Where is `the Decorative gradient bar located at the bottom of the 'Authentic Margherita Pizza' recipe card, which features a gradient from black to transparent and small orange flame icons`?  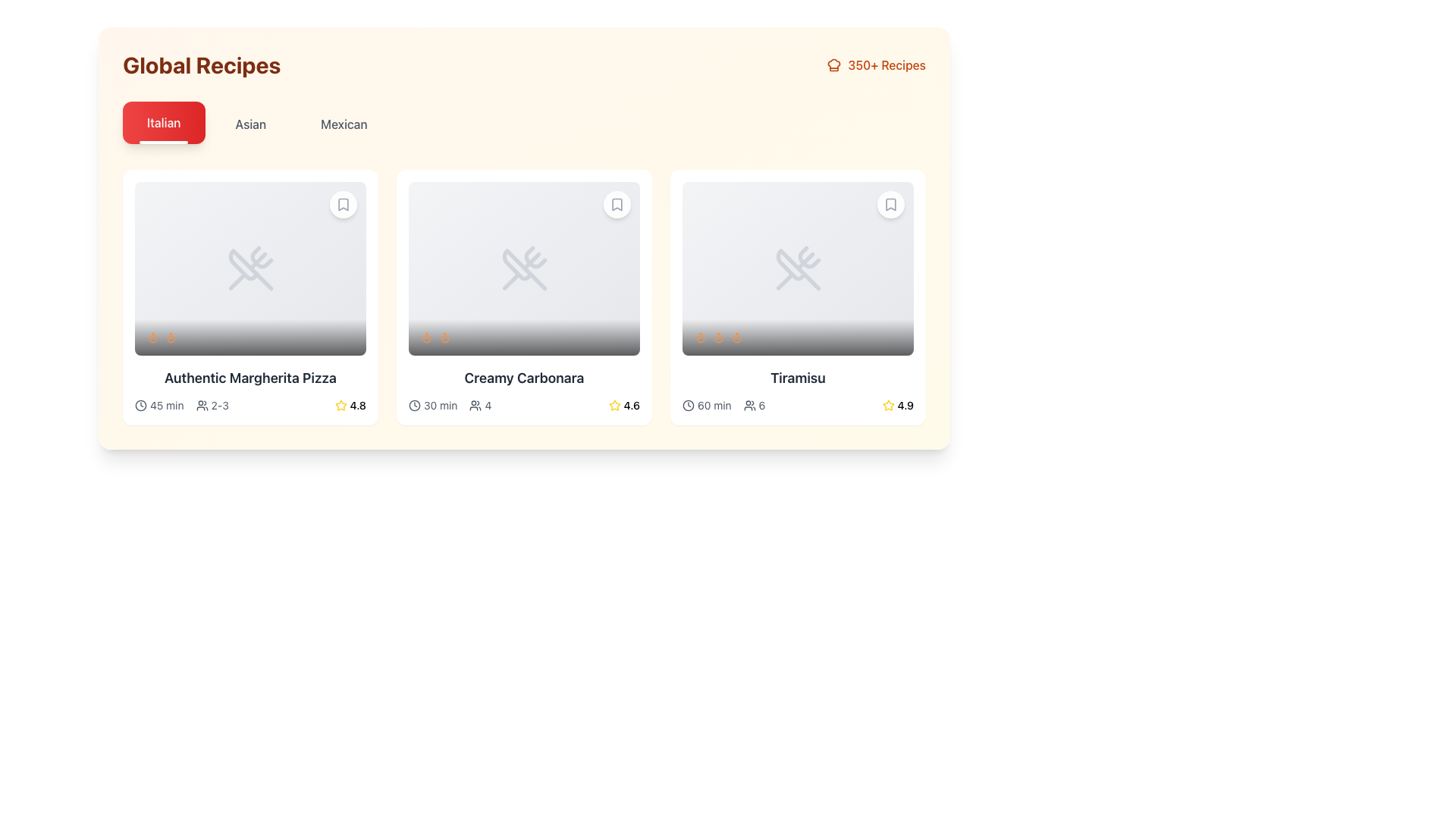
the Decorative gradient bar located at the bottom of the 'Authentic Margherita Pizza' recipe card, which features a gradient from black to transparent and small orange flame icons is located at coordinates (250, 336).